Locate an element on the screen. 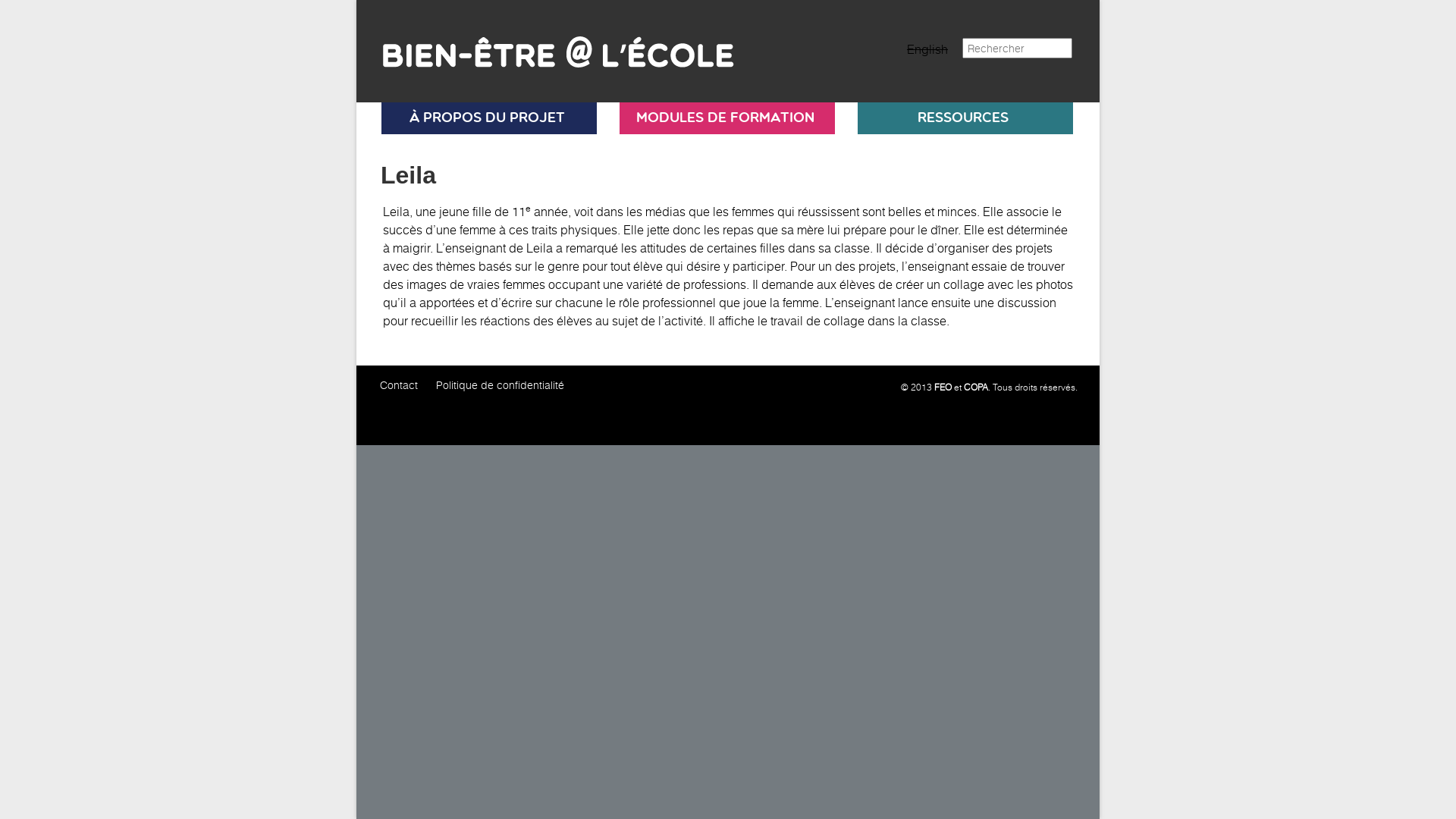  'Accueil' is located at coordinates (548, 44).